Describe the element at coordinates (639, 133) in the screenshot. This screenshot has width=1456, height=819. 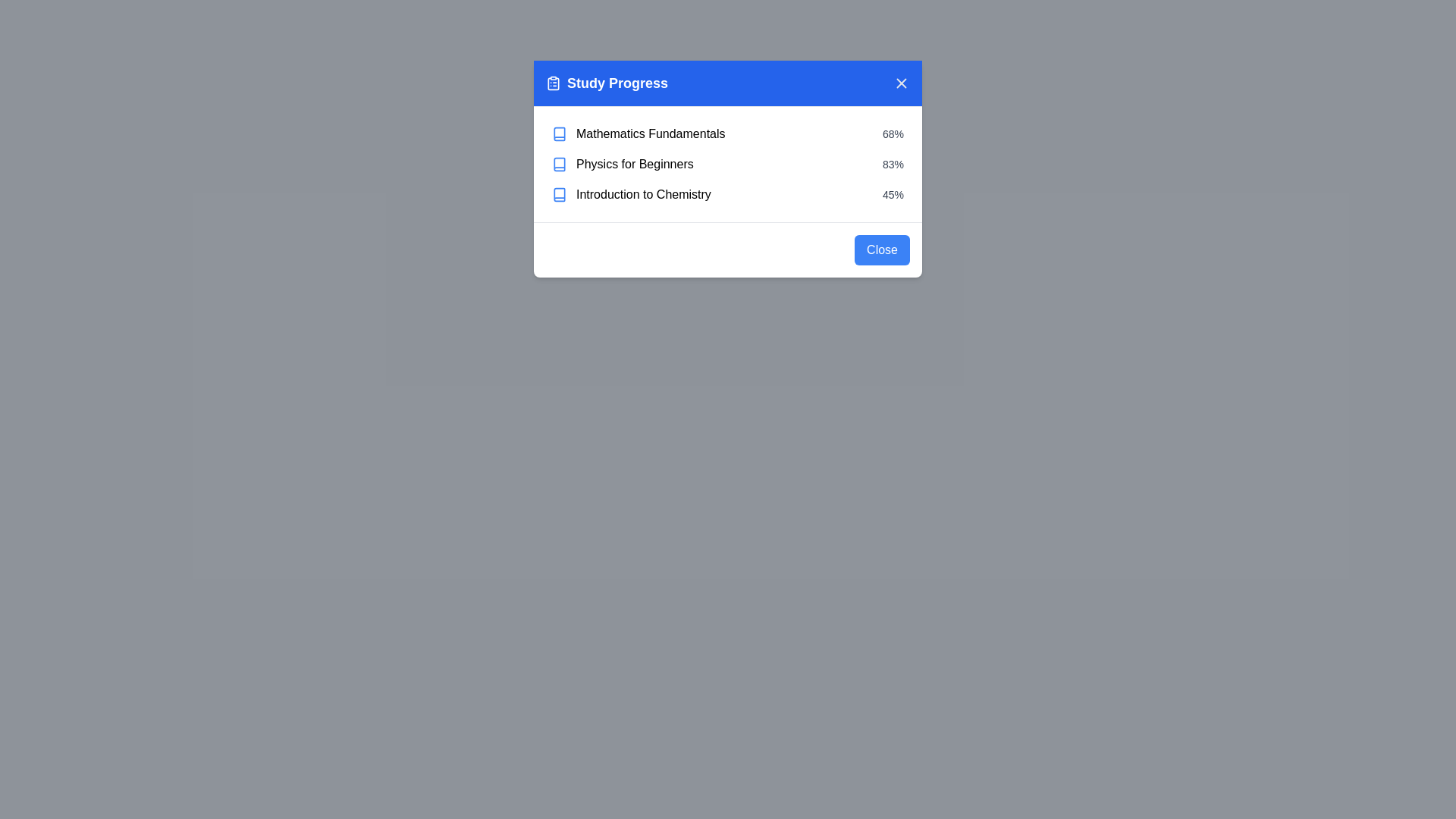
I see `the 'Mathematics Fundamentals' label which is styled with bold black font and positioned next to a blue outlined book icon, located in the 'Study Progress' modal` at that location.